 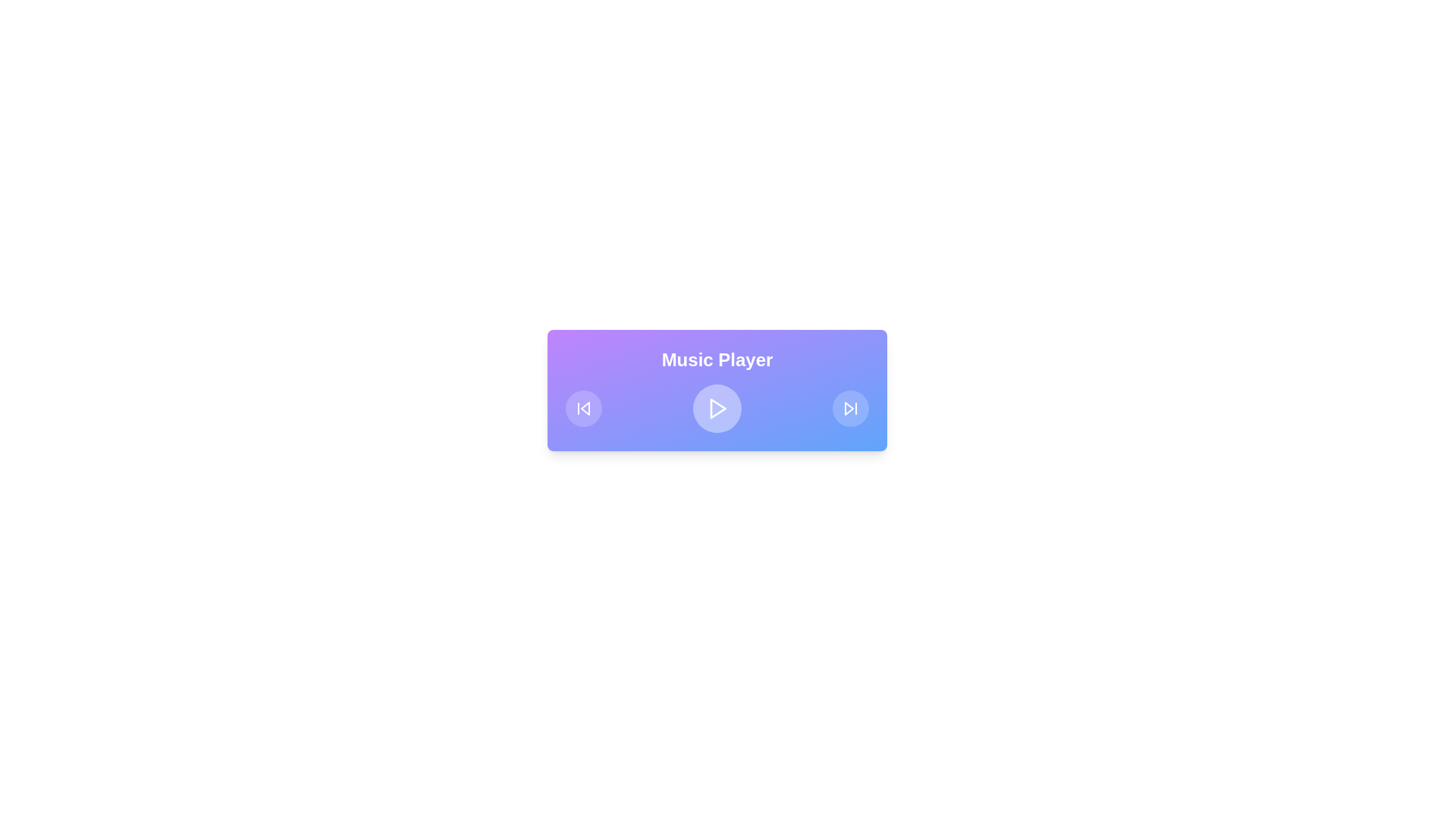 What do you see at coordinates (585, 408) in the screenshot?
I see `the leftmost circular 'skip back' button in the music player interface, which contains a vector graphic for skipping to the previous track` at bounding box center [585, 408].